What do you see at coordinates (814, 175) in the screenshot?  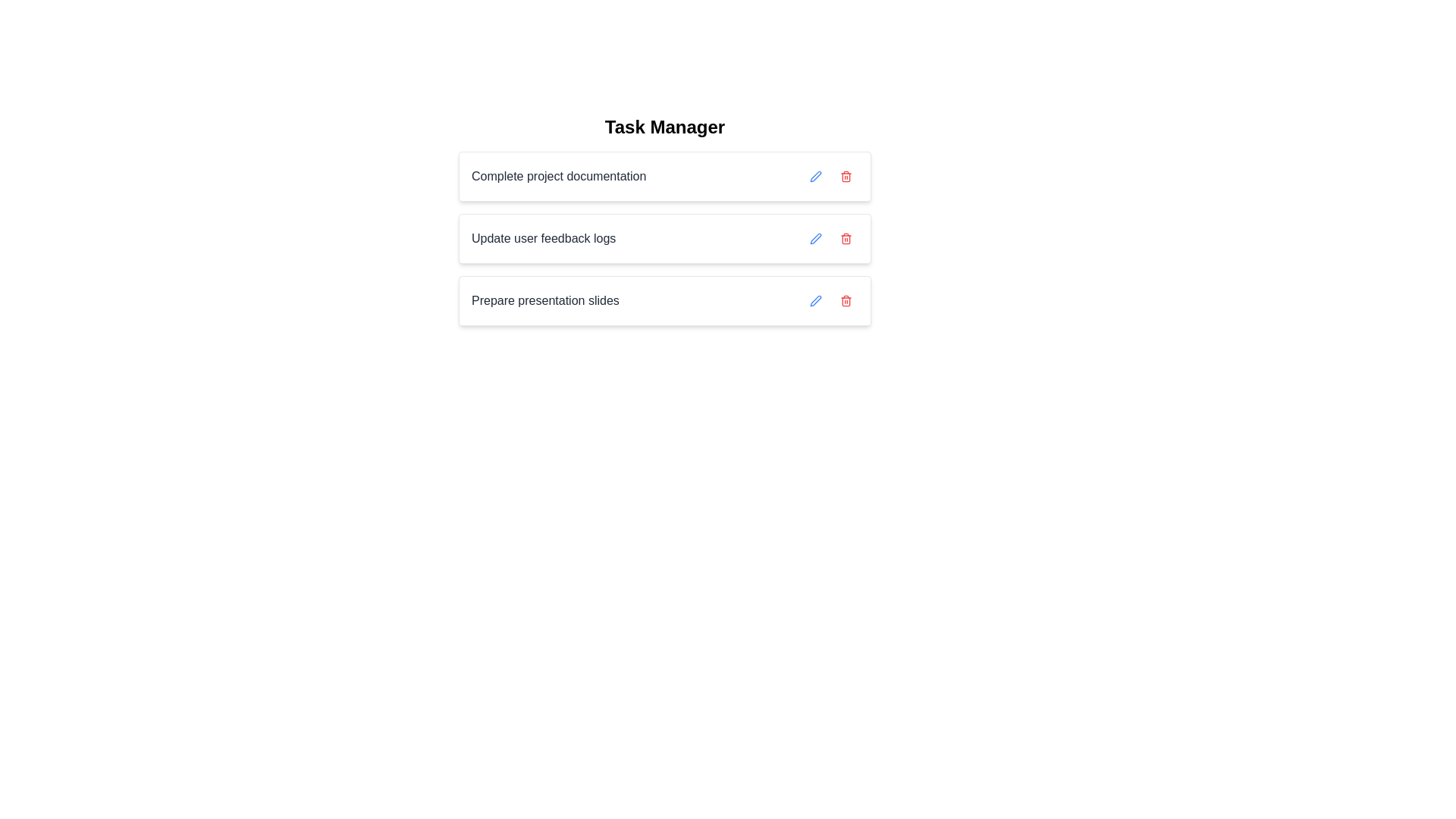 I see `the blue pen icon button located to the right of the 'Complete project documentation' text` at bounding box center [814, 175].